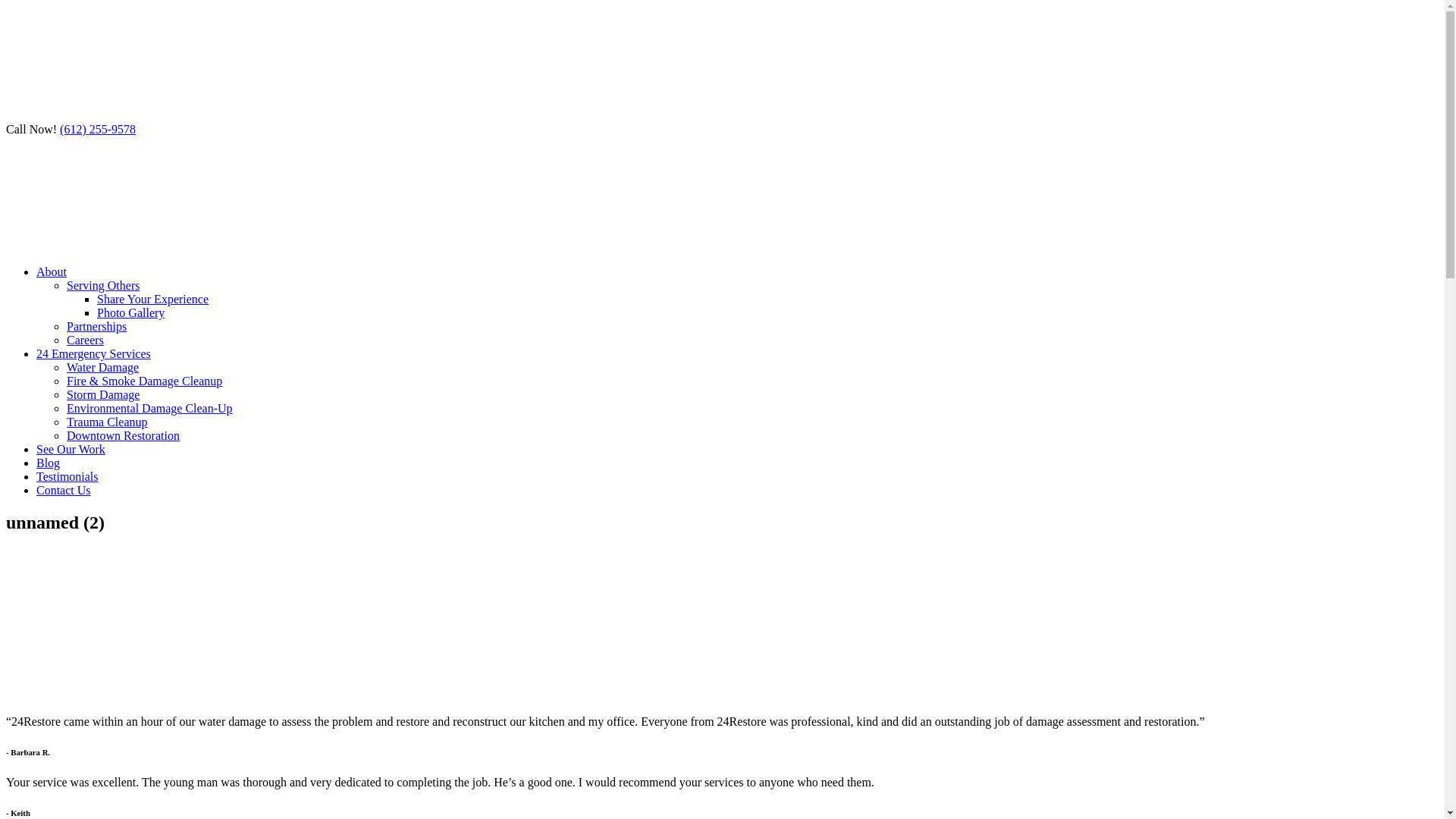 The height and width of the screenshot is (819, 1456). Describe the element at coordinates (62, 490) in the screenshot. I see `'Contact Us'` at that location.